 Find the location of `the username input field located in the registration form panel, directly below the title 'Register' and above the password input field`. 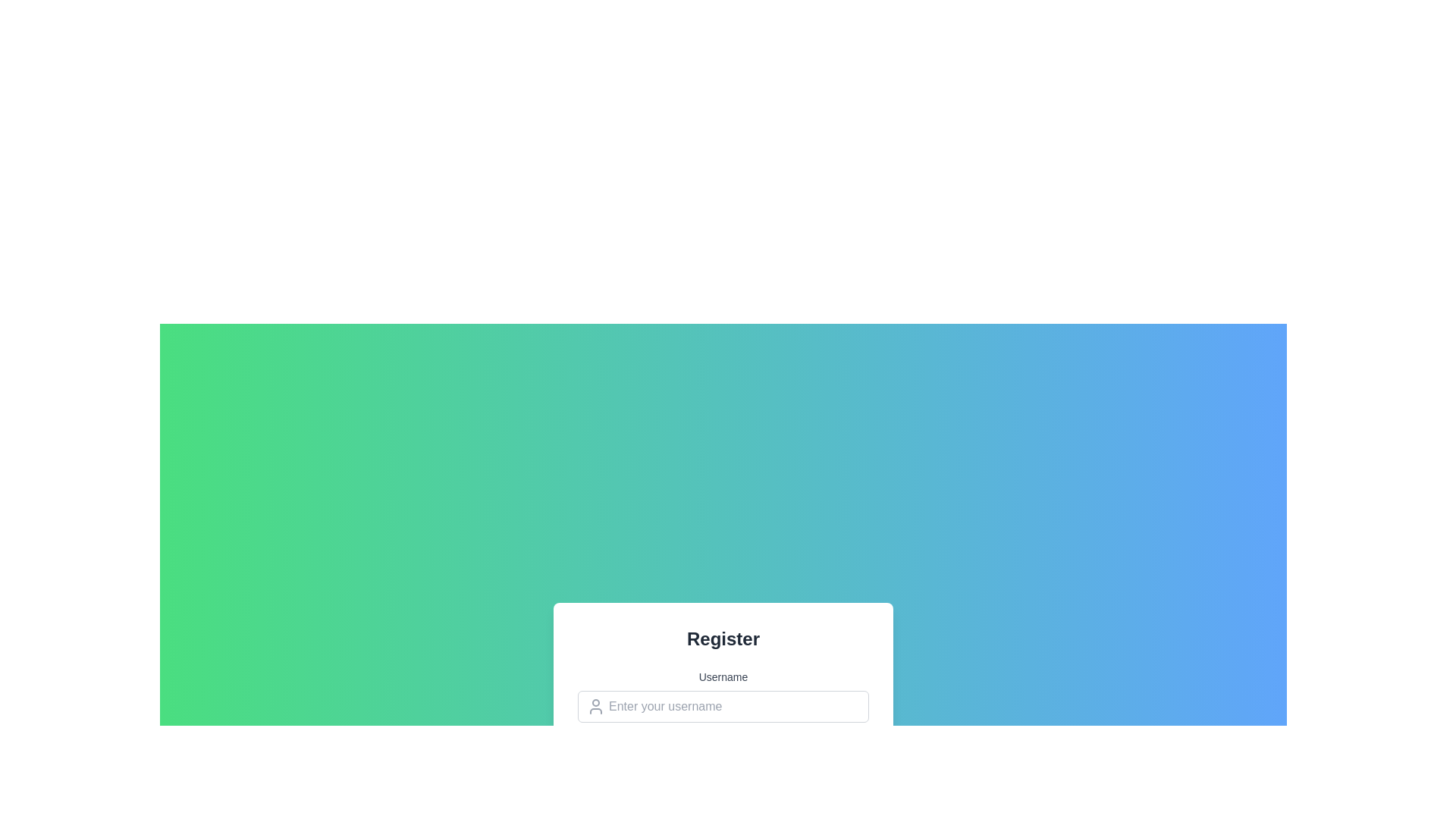

the username input field located in the registration form panel, directly below the title 'Register' and above the password input field is located at coordinates (723, 696).